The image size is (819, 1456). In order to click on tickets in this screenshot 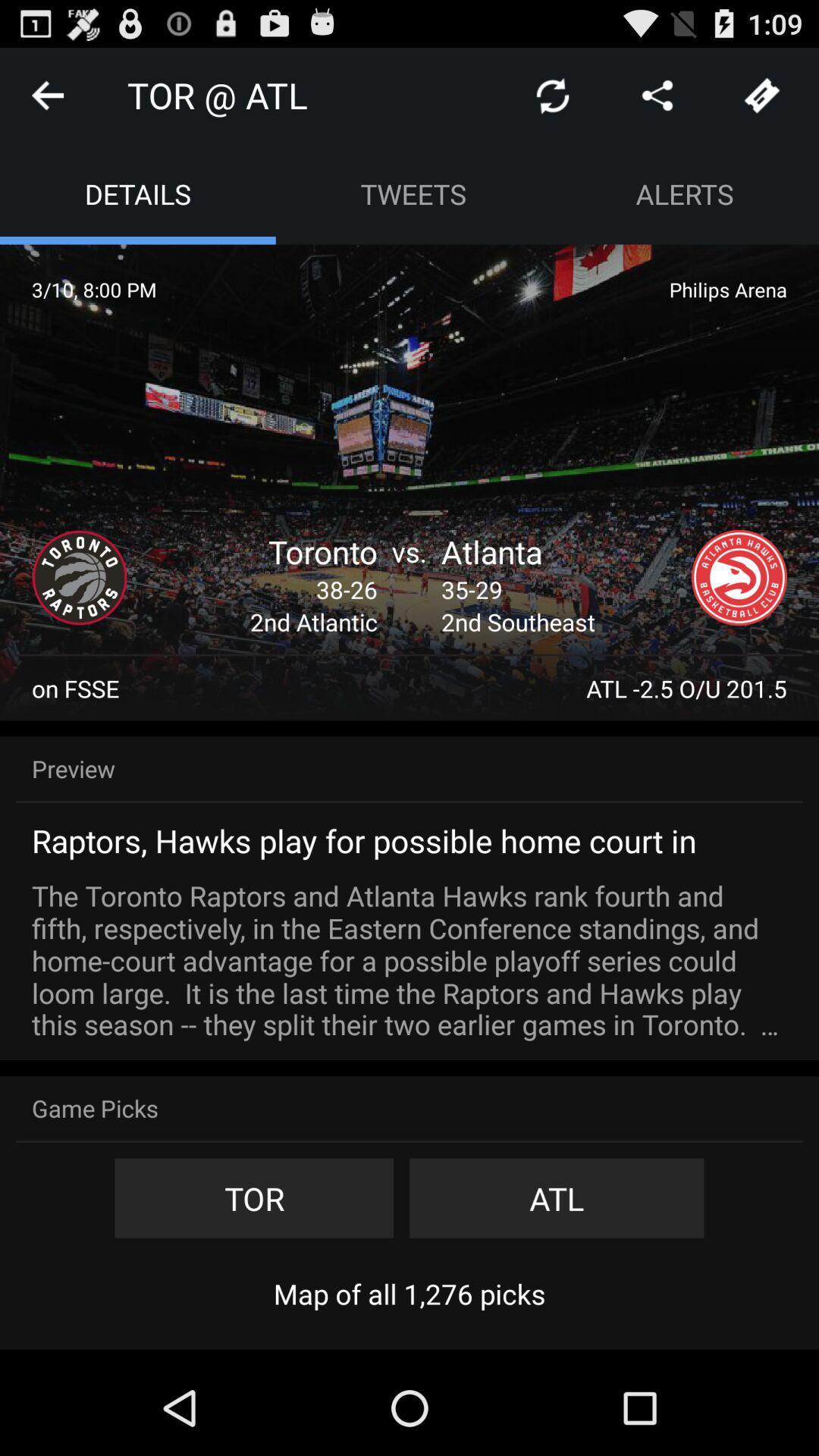, I will do `click(762, 94)`.